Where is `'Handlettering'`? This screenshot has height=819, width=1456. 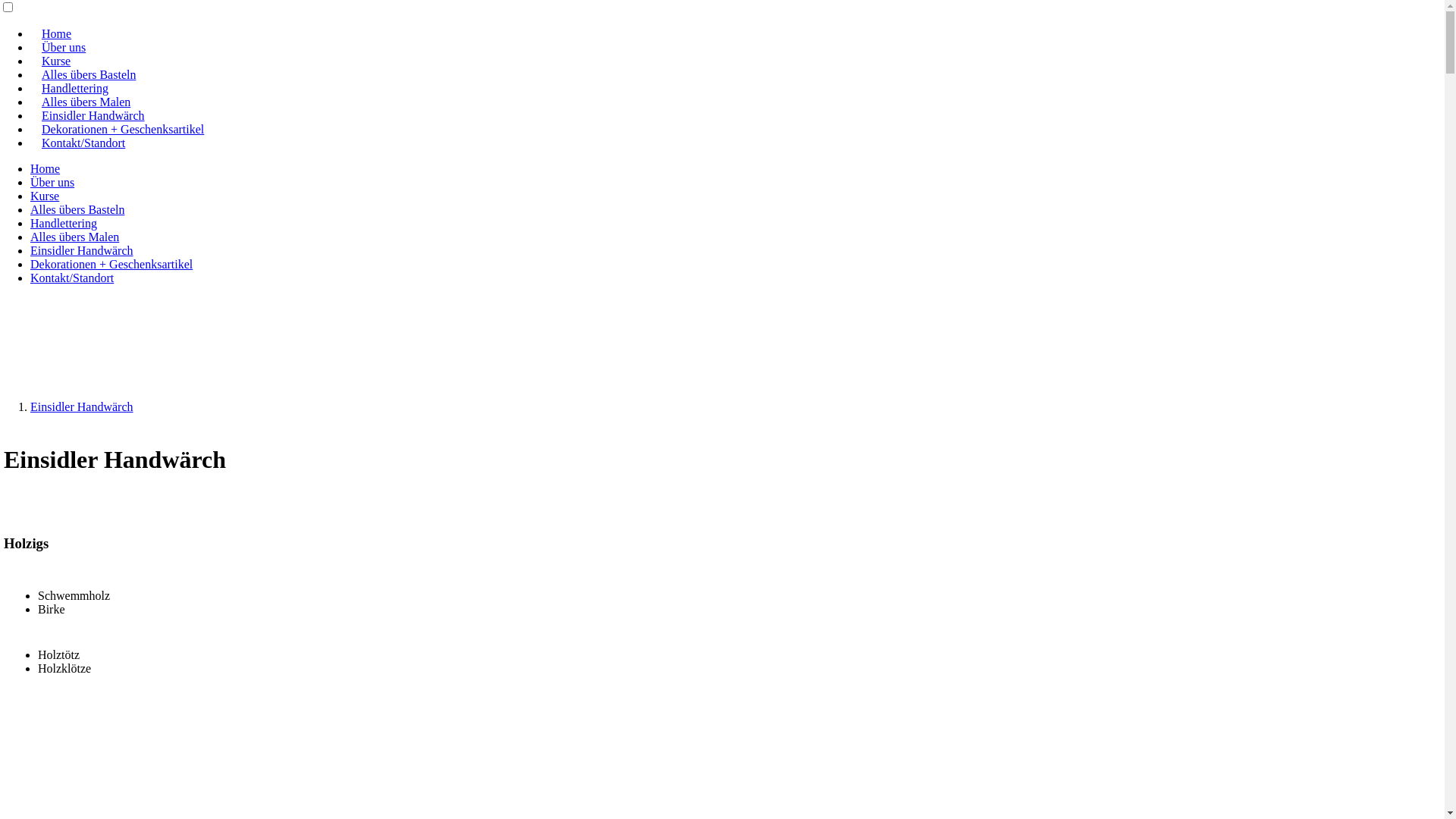
'Handlettering' is located at coordinates (62, 223).